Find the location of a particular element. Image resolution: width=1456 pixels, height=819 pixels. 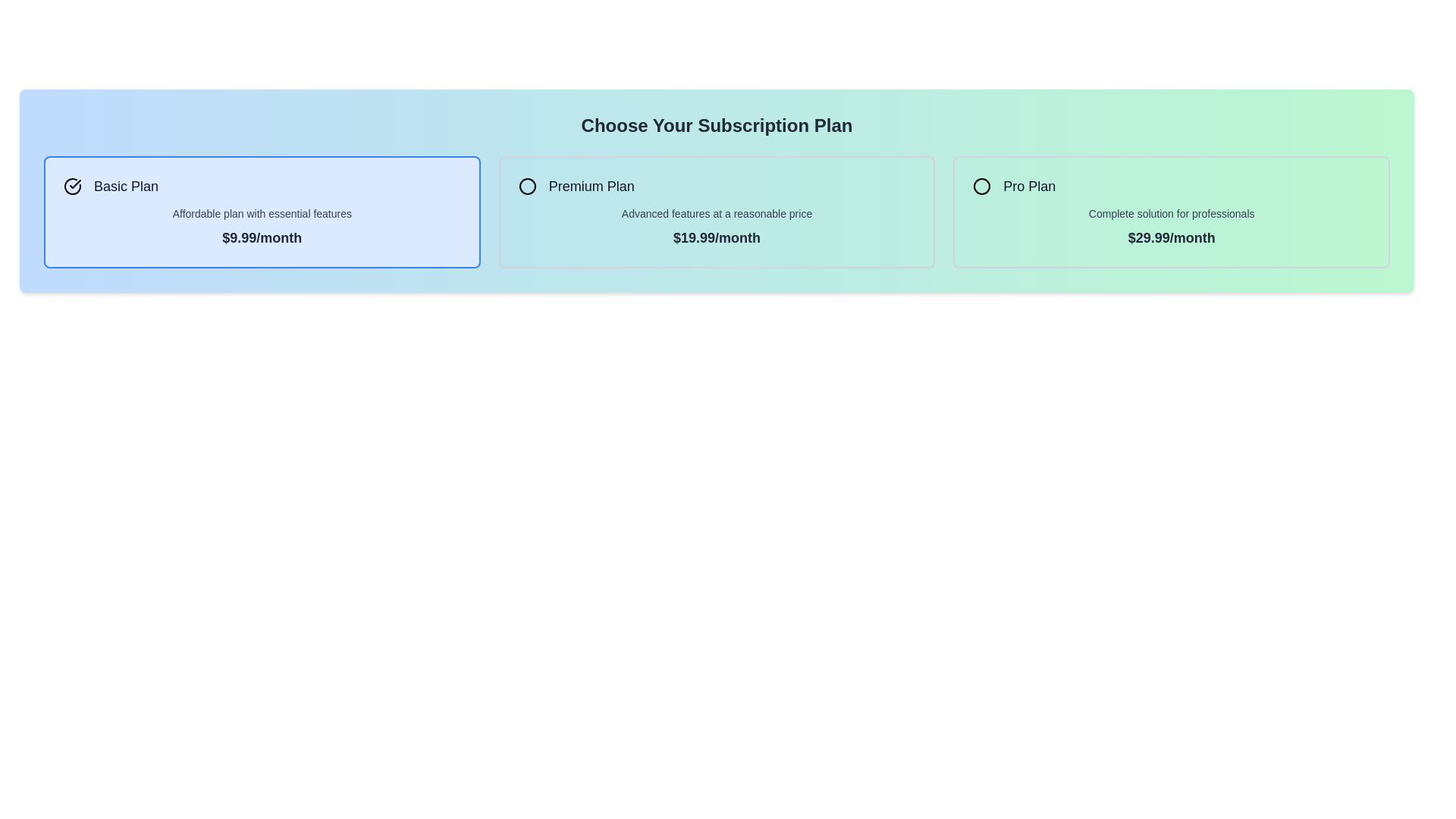

the 'Premium Plan' text label, which is styled with a large, bold font in black on a white background, located in the middle plan section of the layout is located at coordinates (591, 186).